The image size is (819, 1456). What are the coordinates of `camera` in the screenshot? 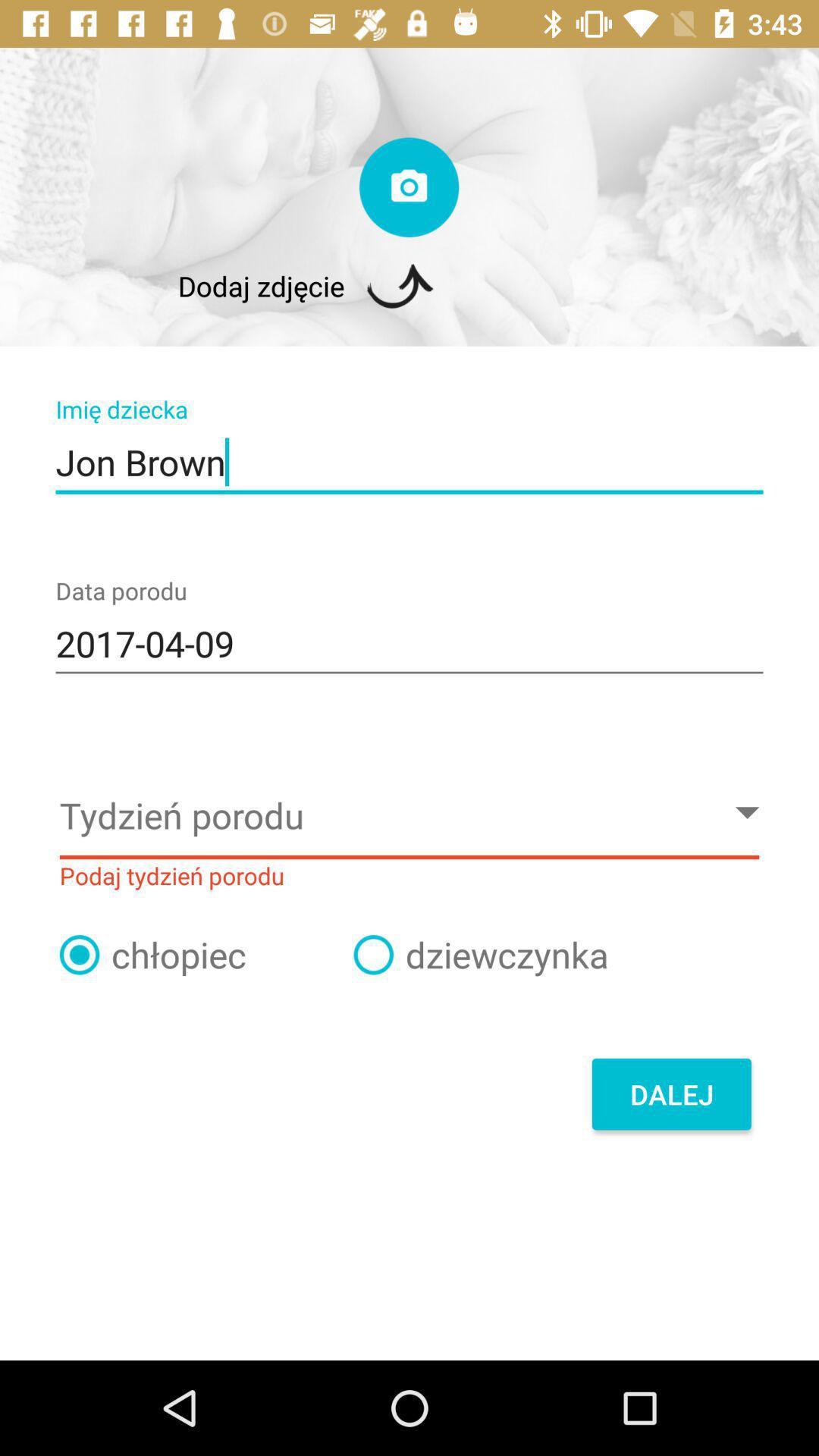 It's located at (408, 187).